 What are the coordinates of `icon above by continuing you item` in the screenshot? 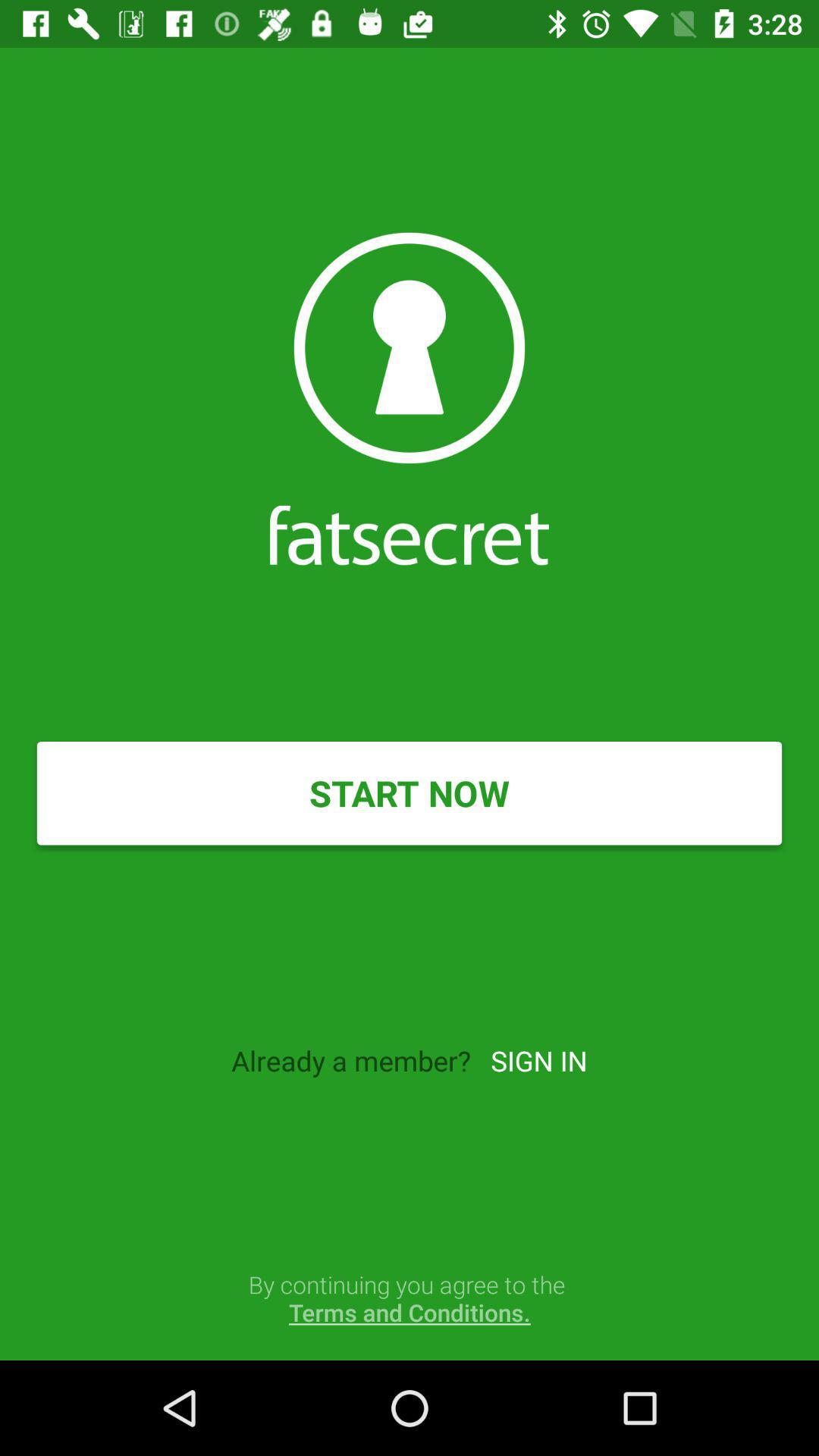 It's located at (538, 1059).